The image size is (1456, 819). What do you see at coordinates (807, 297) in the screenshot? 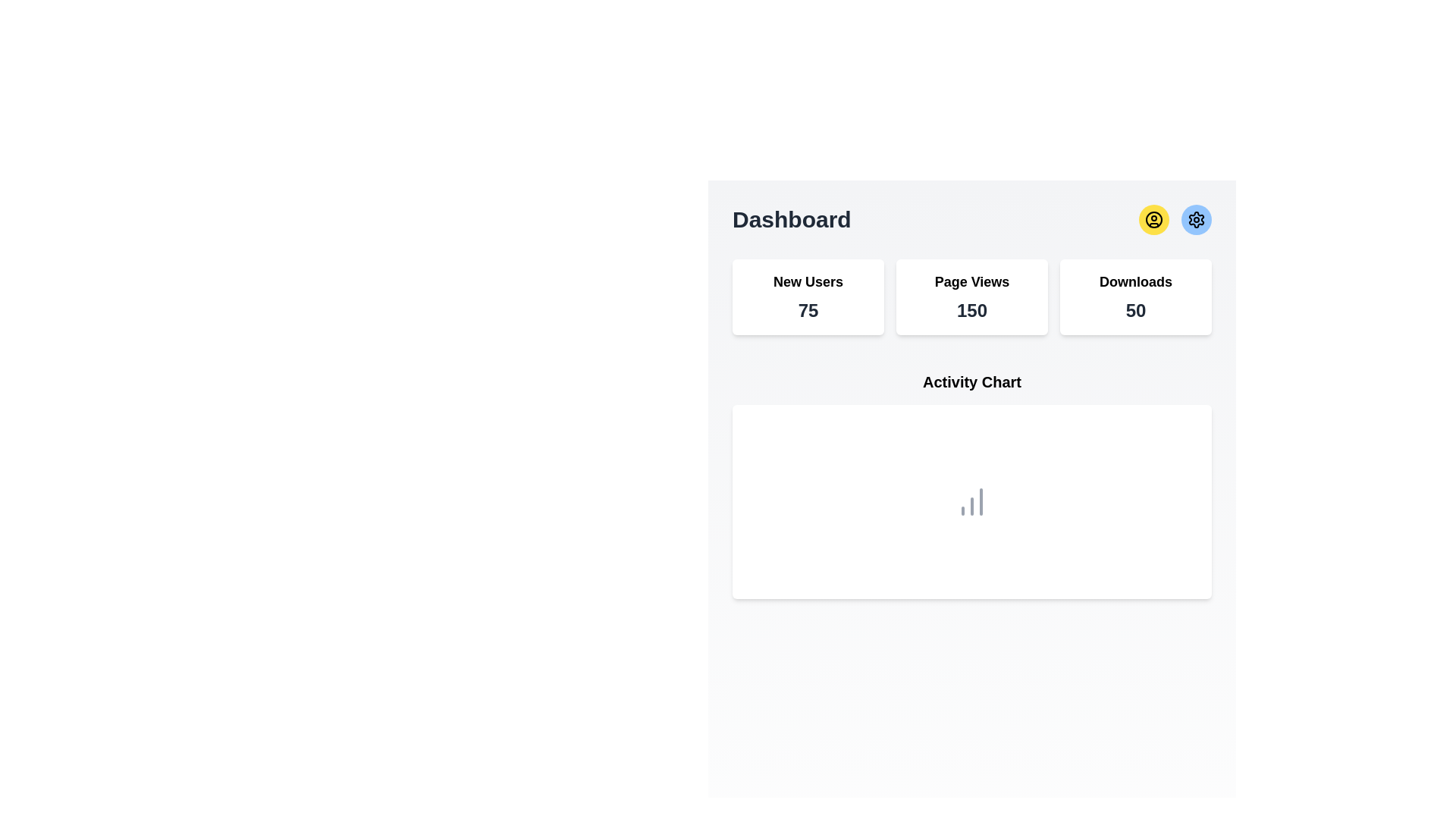
I see `the Information Display Card that shows 'New Users' and the number '75', which is the first card in the grid layout under the 'Dashboard' heading` at bounding box center [807, 297].